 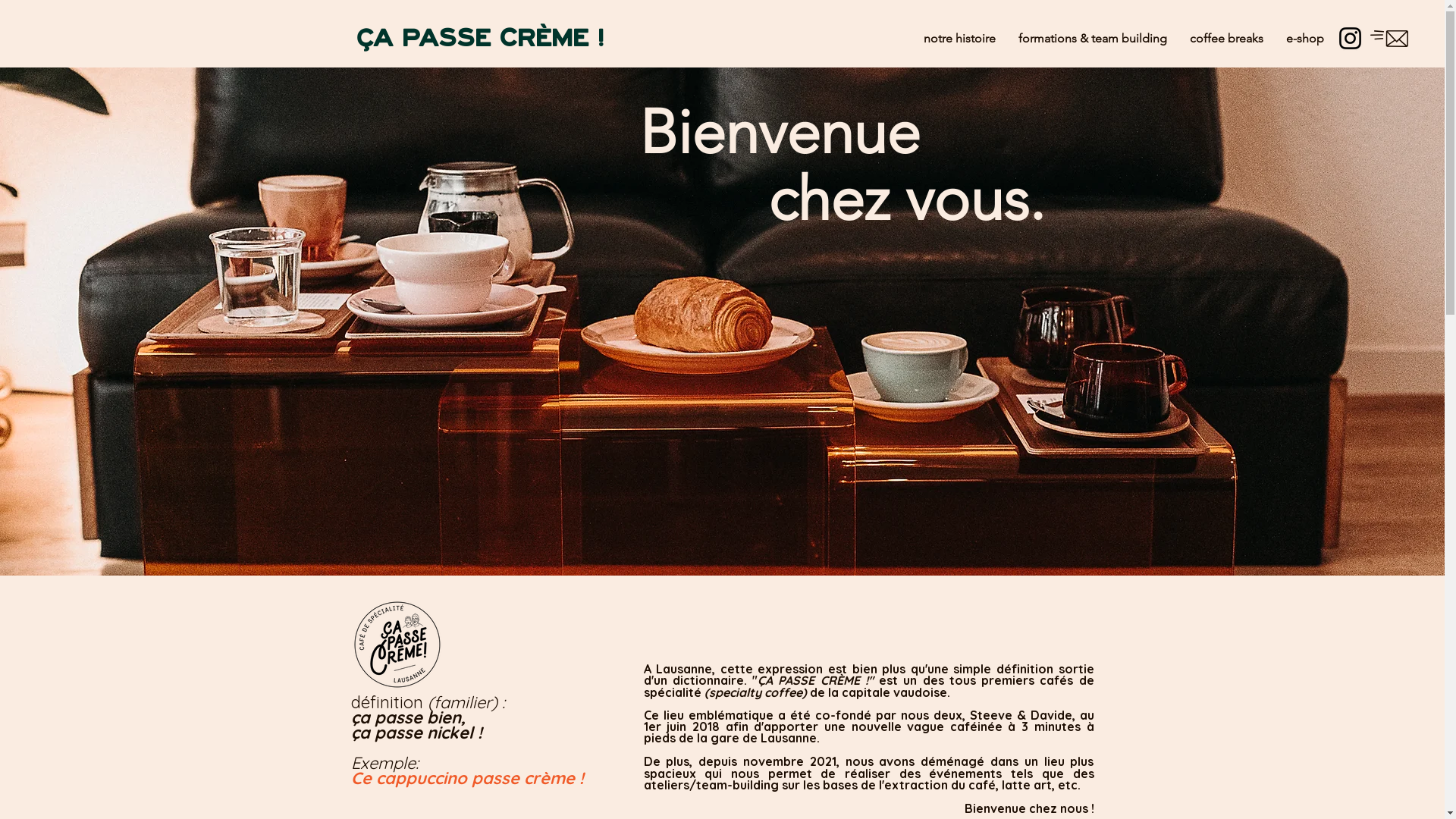 What do you see at coordinates (959, 37) in the screenshot?
I see `'notre histoire'` at bounding box center [959, 37].